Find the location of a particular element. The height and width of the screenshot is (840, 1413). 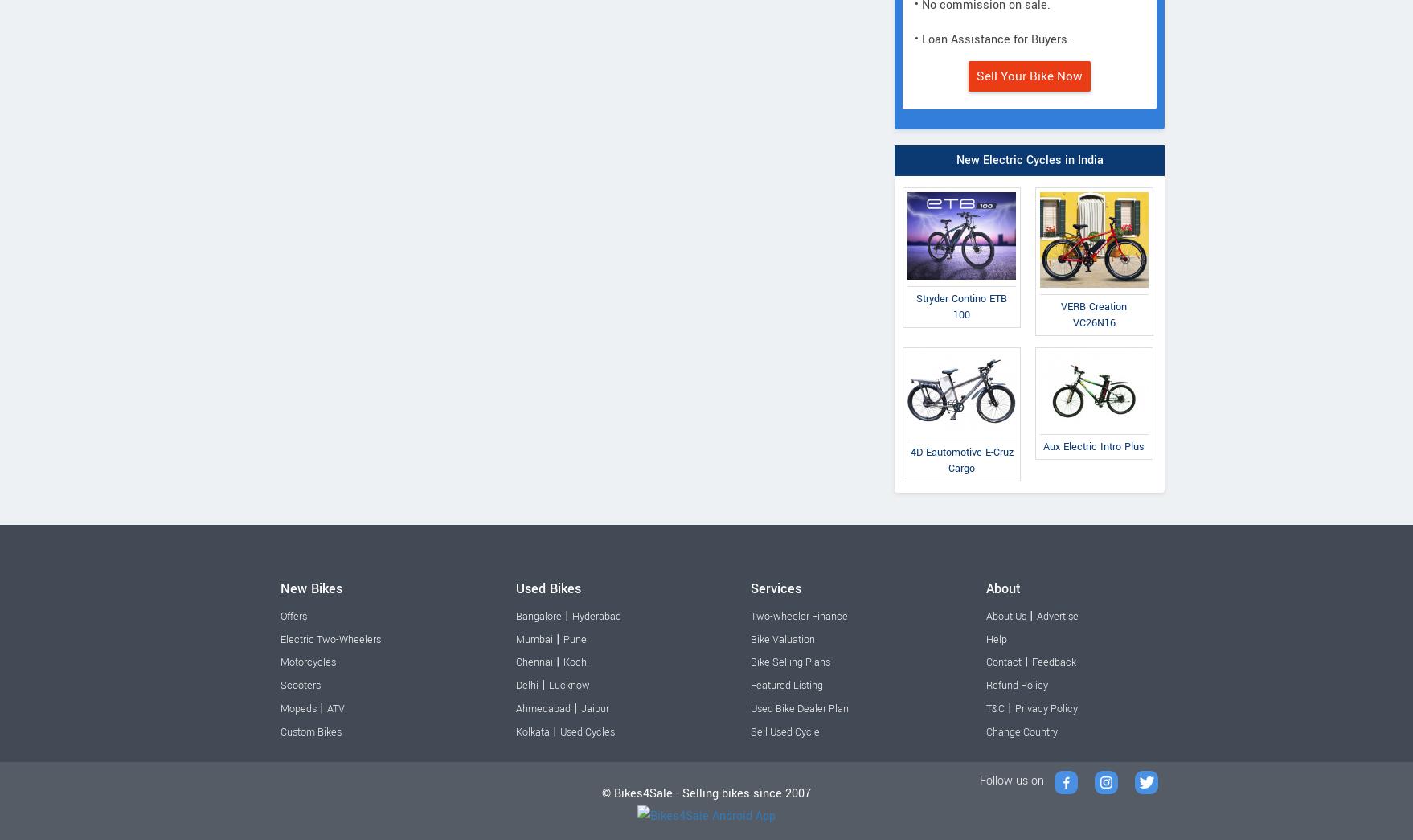

'Help' is located at coordinates (996, 639).